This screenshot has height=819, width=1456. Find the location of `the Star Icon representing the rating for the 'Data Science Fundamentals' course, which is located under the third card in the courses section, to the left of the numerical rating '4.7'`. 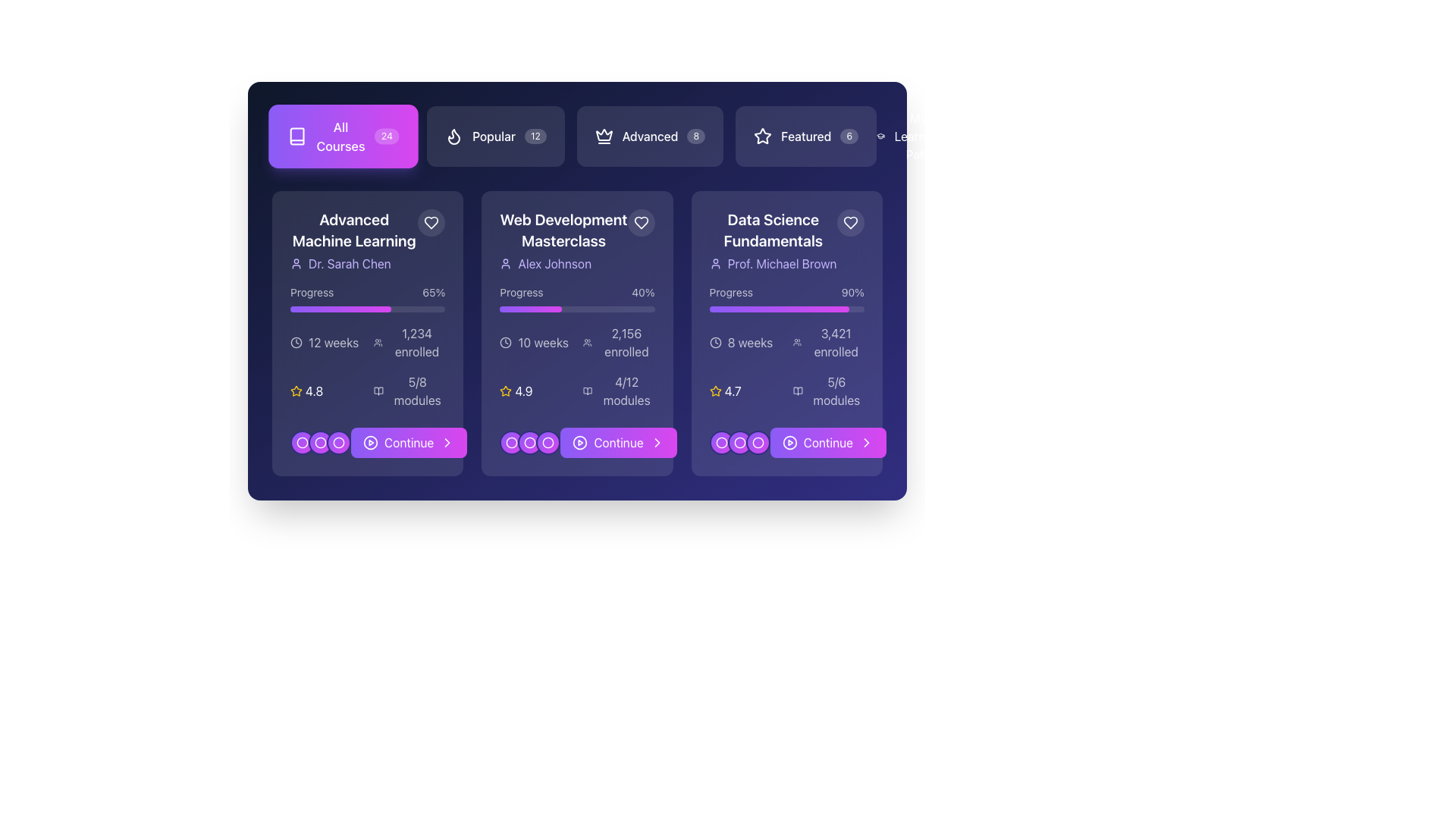

the Star Icon representing the rating for the 'Data Science Fundamentals' course, which is located under the third card in the courses section, to the left of the numerical rating '4.7' is located at coordinates (714, 390).